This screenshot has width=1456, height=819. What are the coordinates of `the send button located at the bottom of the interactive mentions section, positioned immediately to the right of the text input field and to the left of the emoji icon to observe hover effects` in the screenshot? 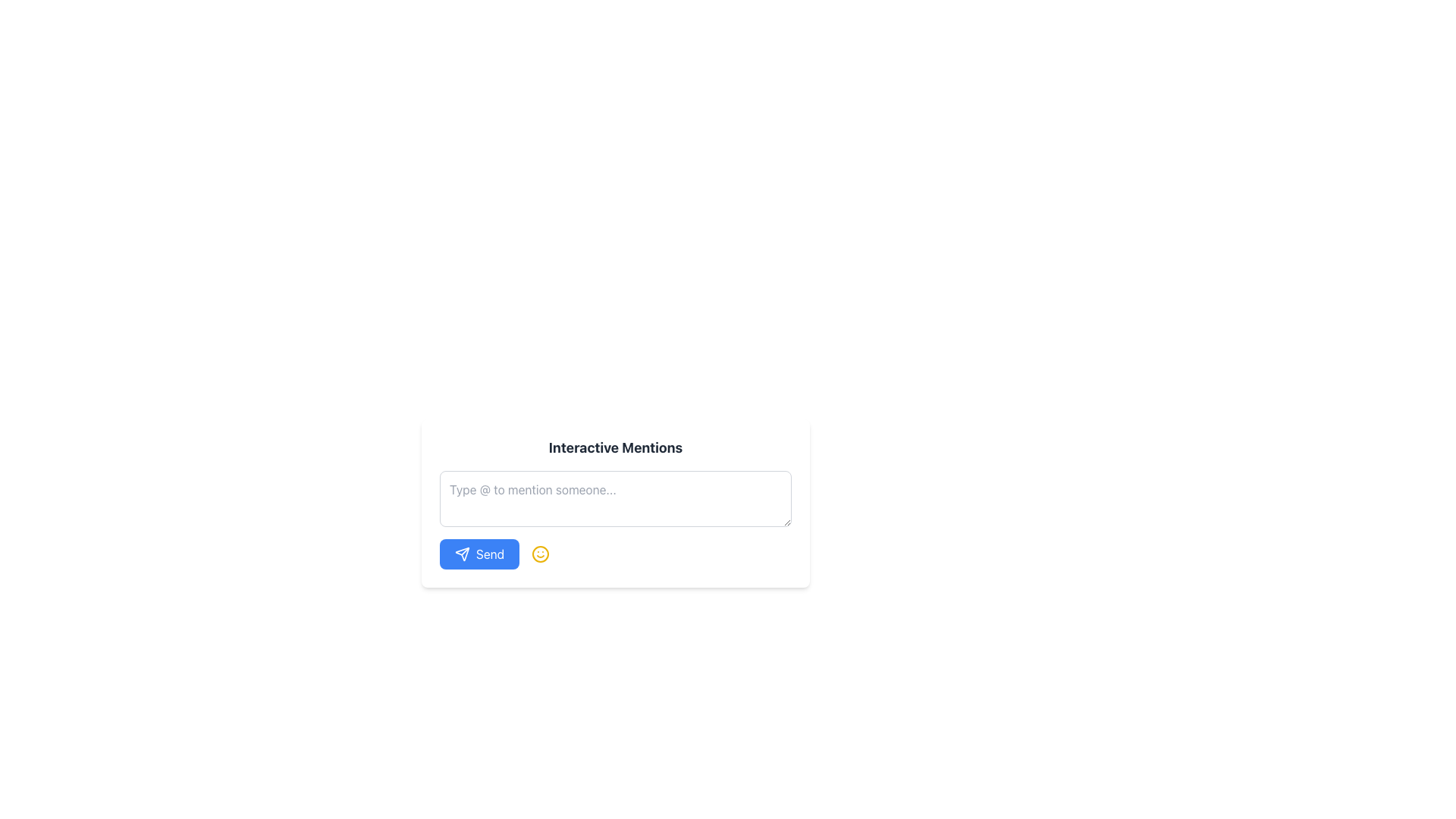 It's located at (479, 554).